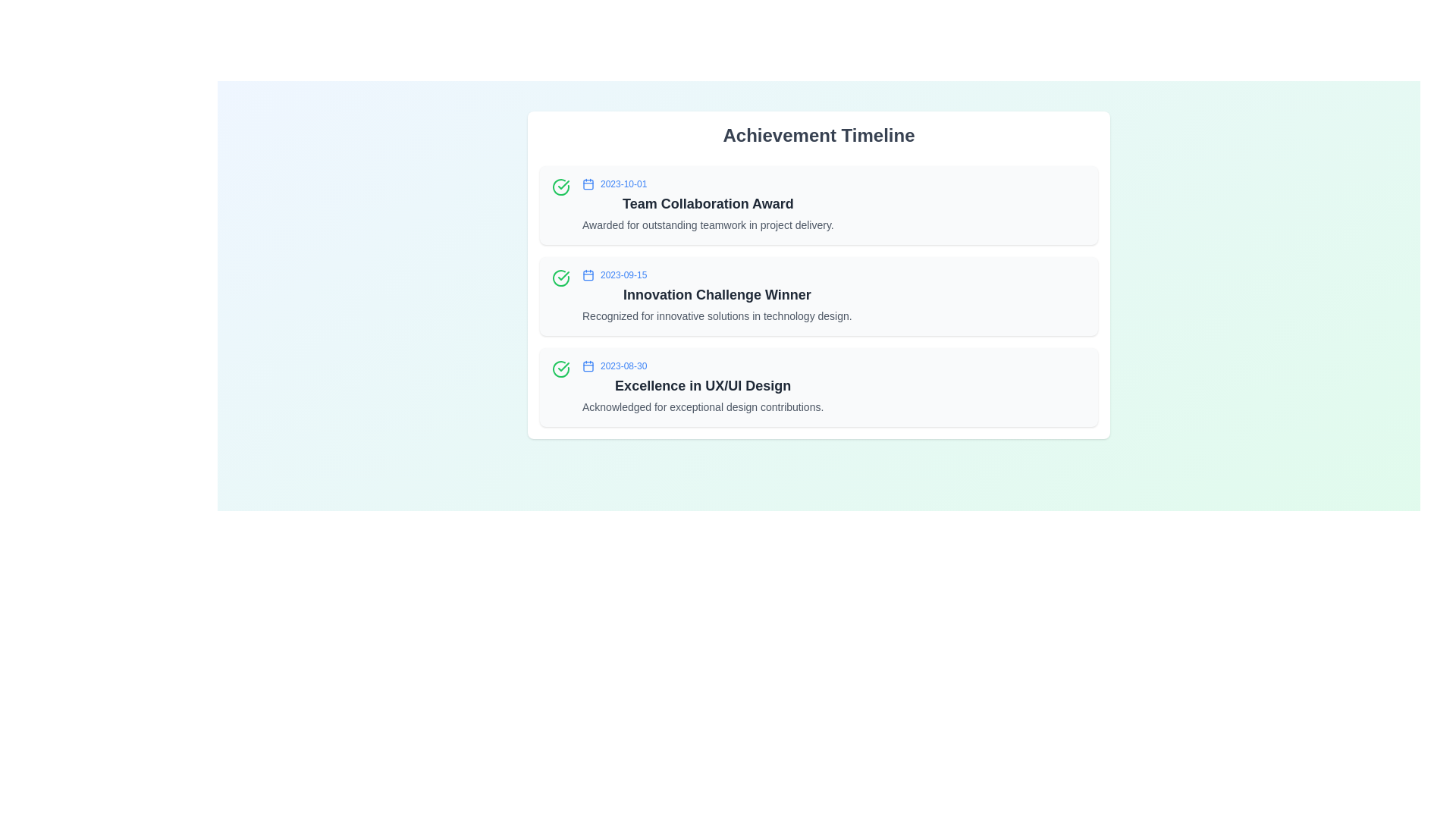 This screenshot has height=819, width=1456. I want to click on the green check mark icon located at the top-left corner of the 'Innovation Challenge Winner' card, which is styled with a green color and positioned to the left of the date, so click(560, 278).